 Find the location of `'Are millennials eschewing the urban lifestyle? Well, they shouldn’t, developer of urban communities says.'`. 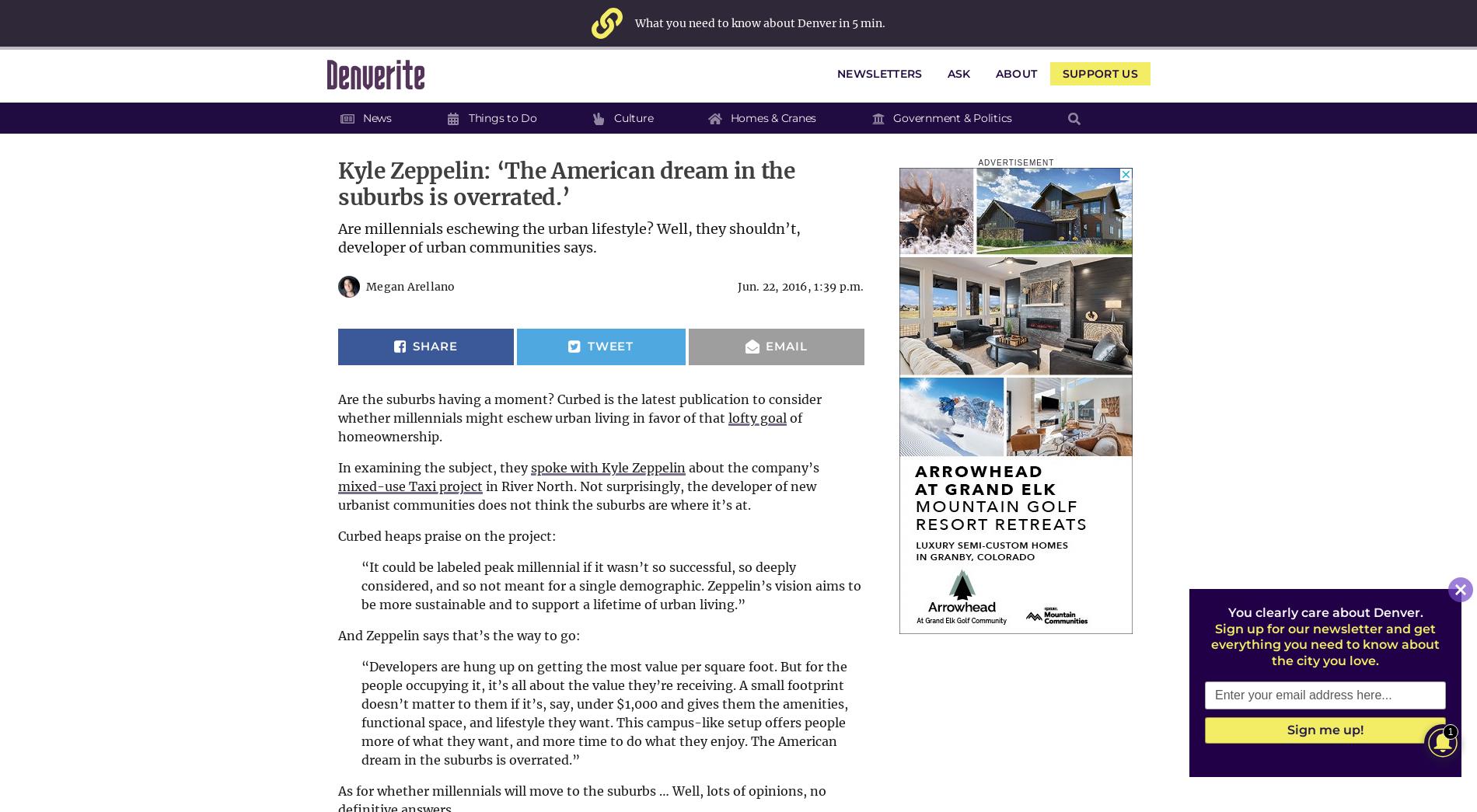

'Are millennials eschewing the urban lifestyle? Well, they shouldn’t, developer of urban communities says.' is located at coordinates (568, 238).